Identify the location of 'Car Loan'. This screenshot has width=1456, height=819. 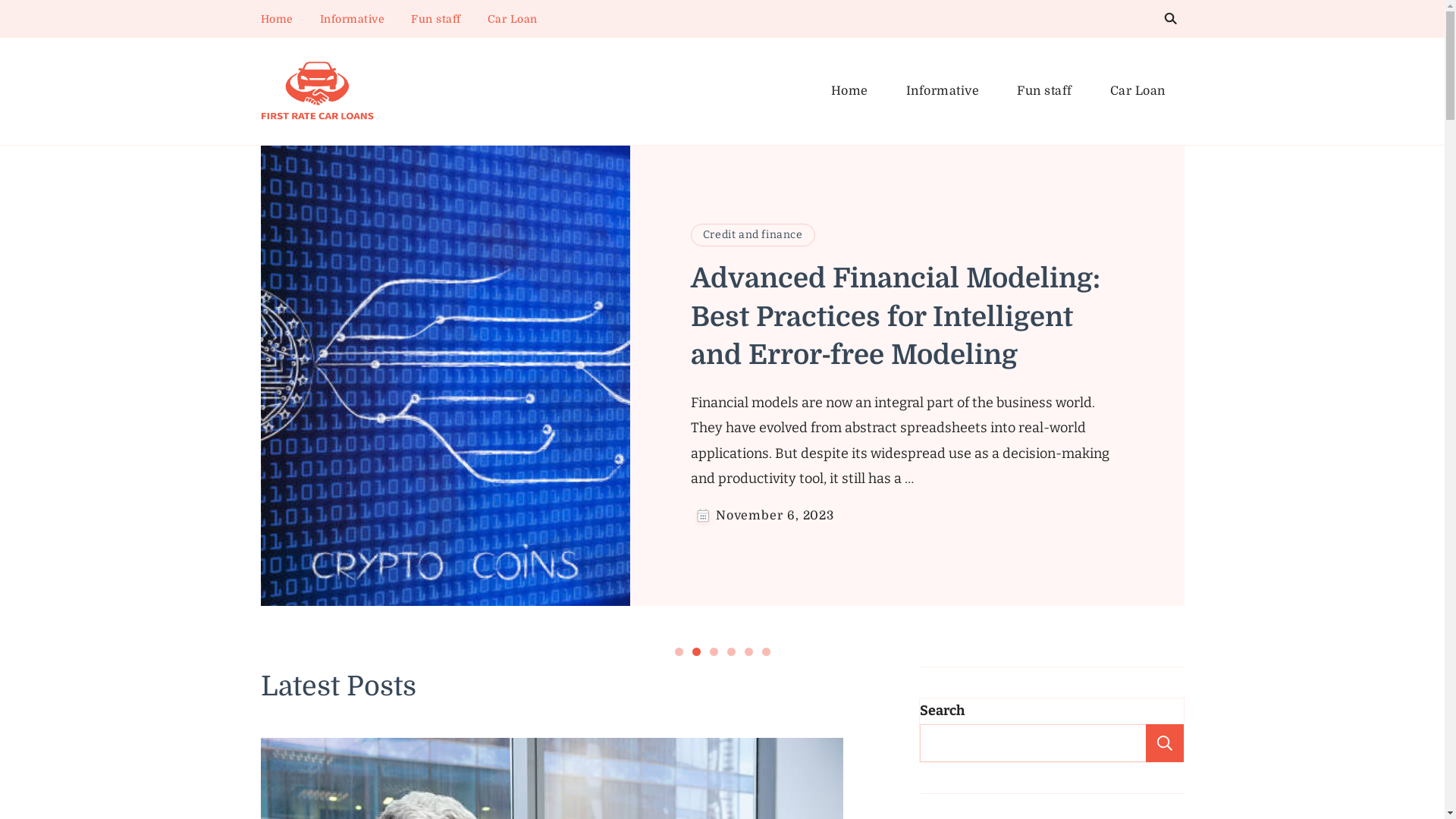
(1090, 91).